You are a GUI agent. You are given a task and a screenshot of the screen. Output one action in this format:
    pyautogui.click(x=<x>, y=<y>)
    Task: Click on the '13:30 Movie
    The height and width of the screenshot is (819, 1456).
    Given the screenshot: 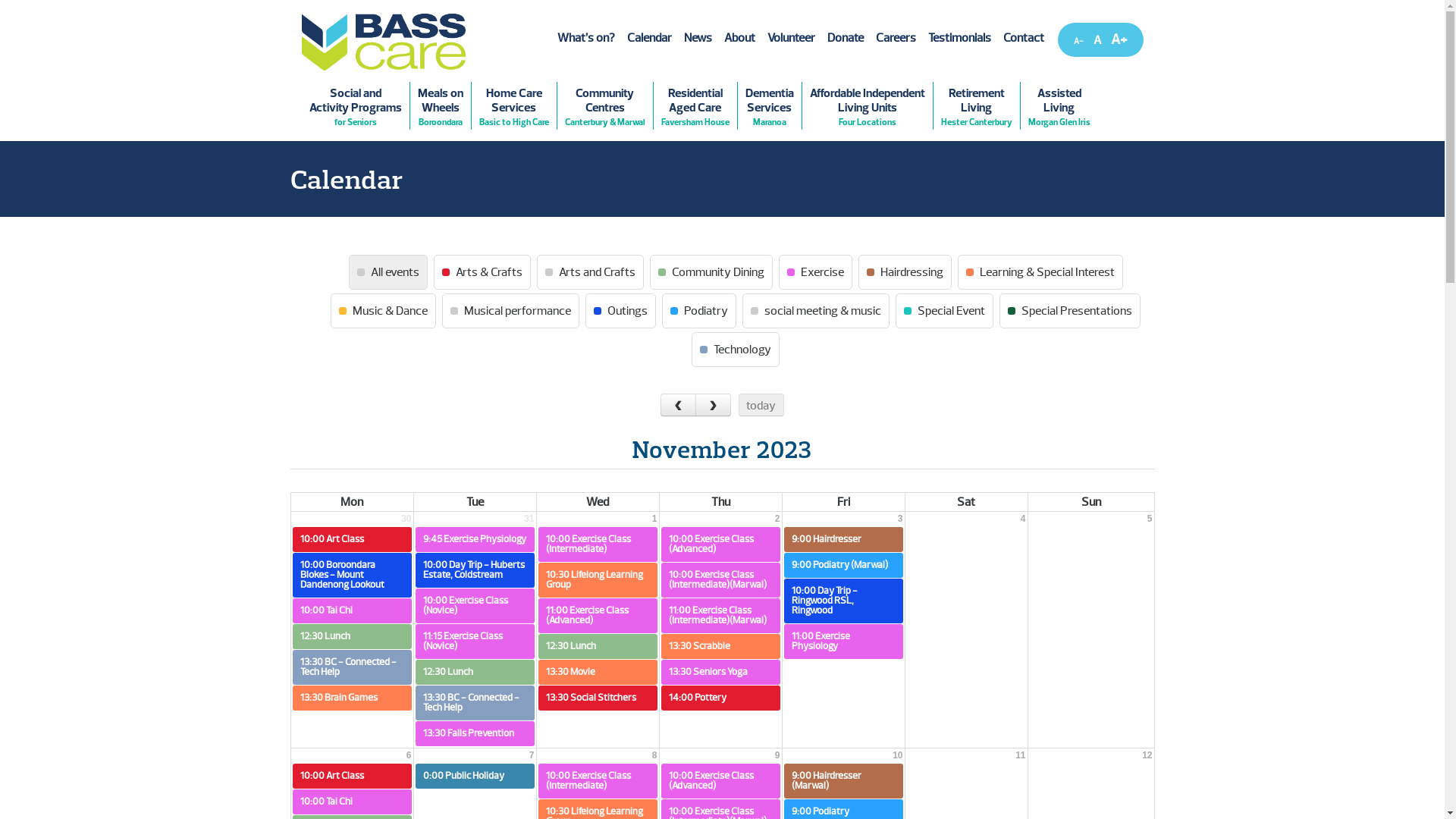 What is the action you would take?
    pyautogui.click(x=597, y=671)
    